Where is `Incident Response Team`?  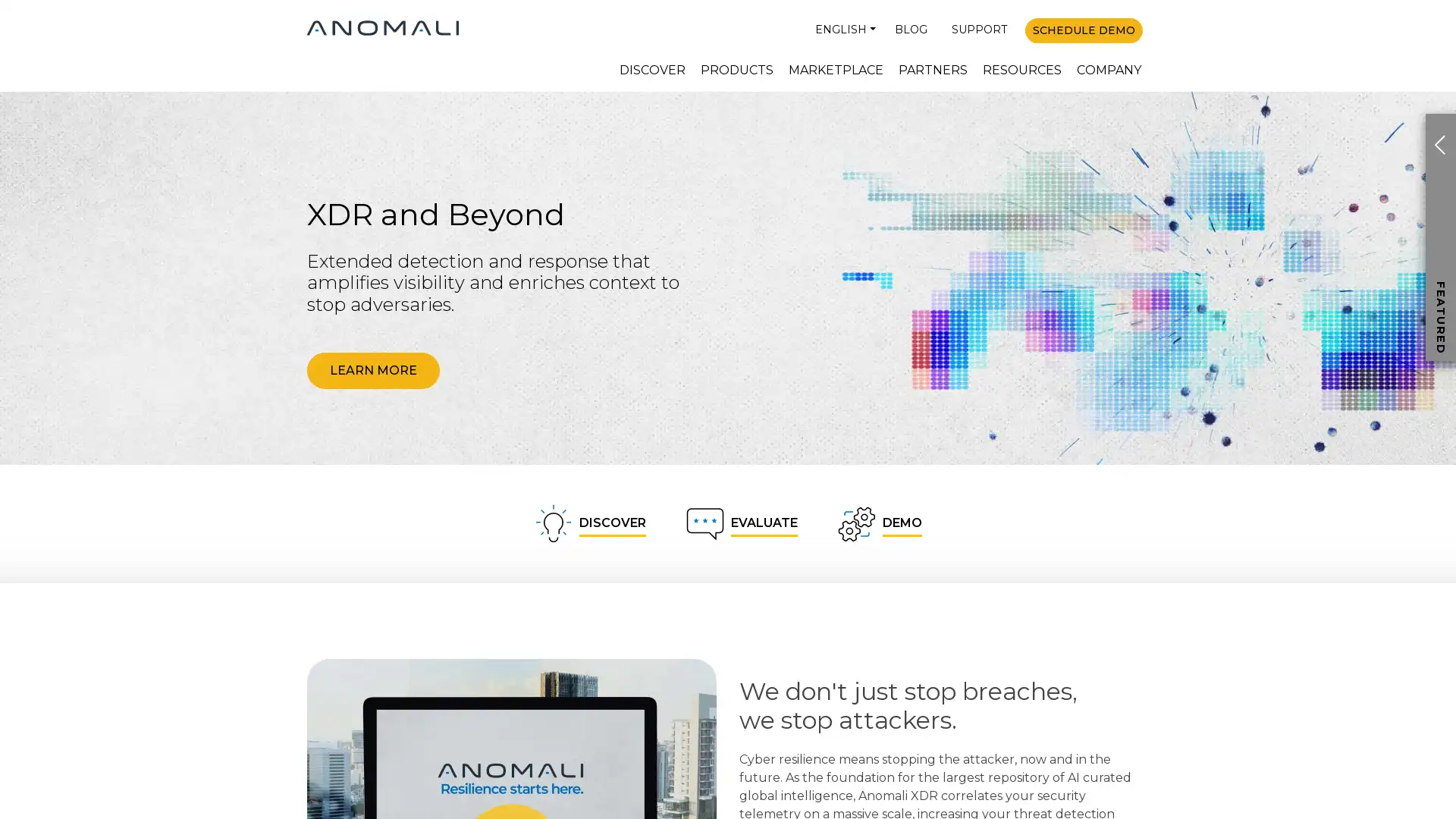
Incident Response Team is located at coordinates (1342, 512).